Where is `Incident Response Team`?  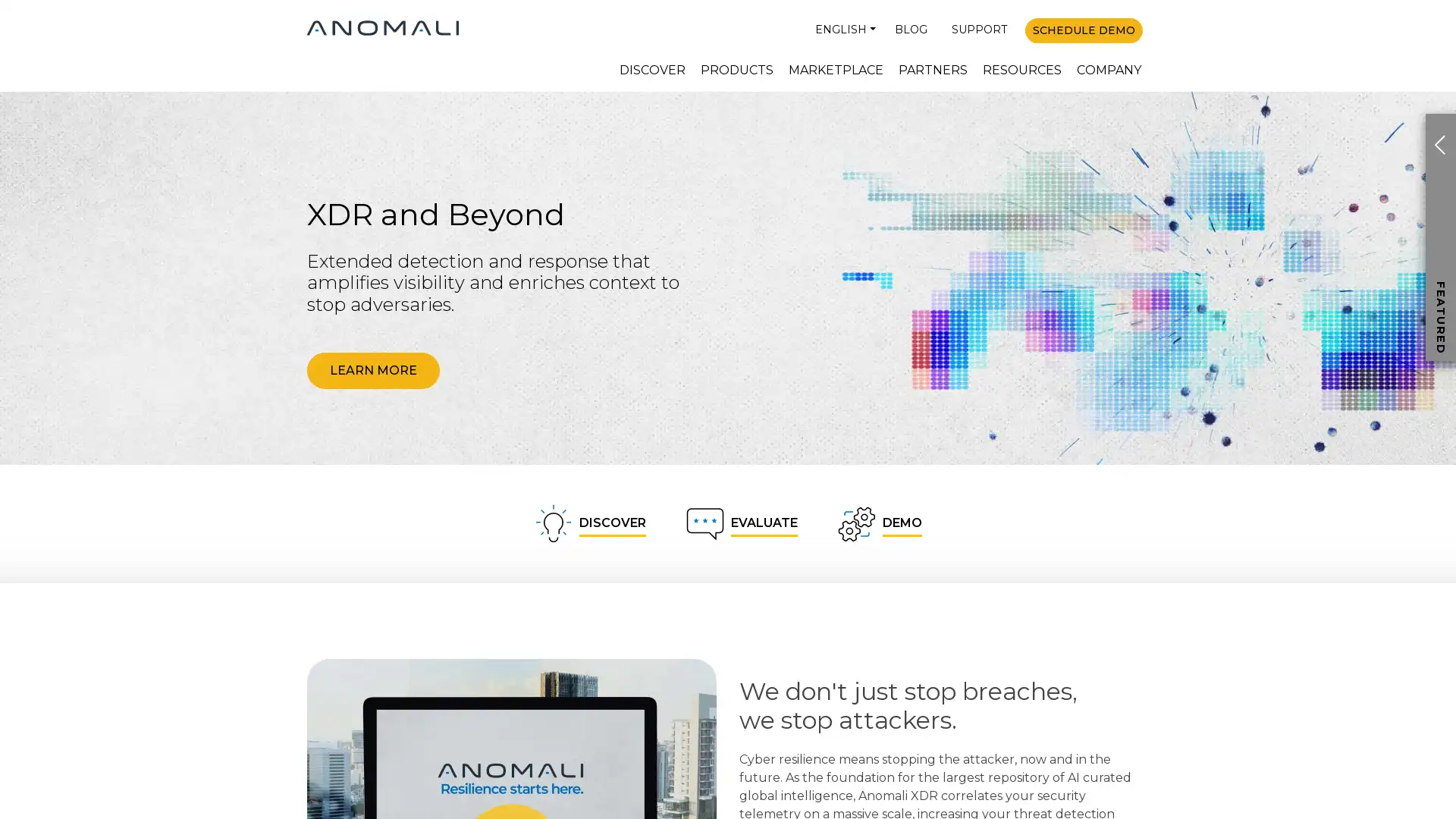
Incident Response Team is located at coordinates (1342, 512).